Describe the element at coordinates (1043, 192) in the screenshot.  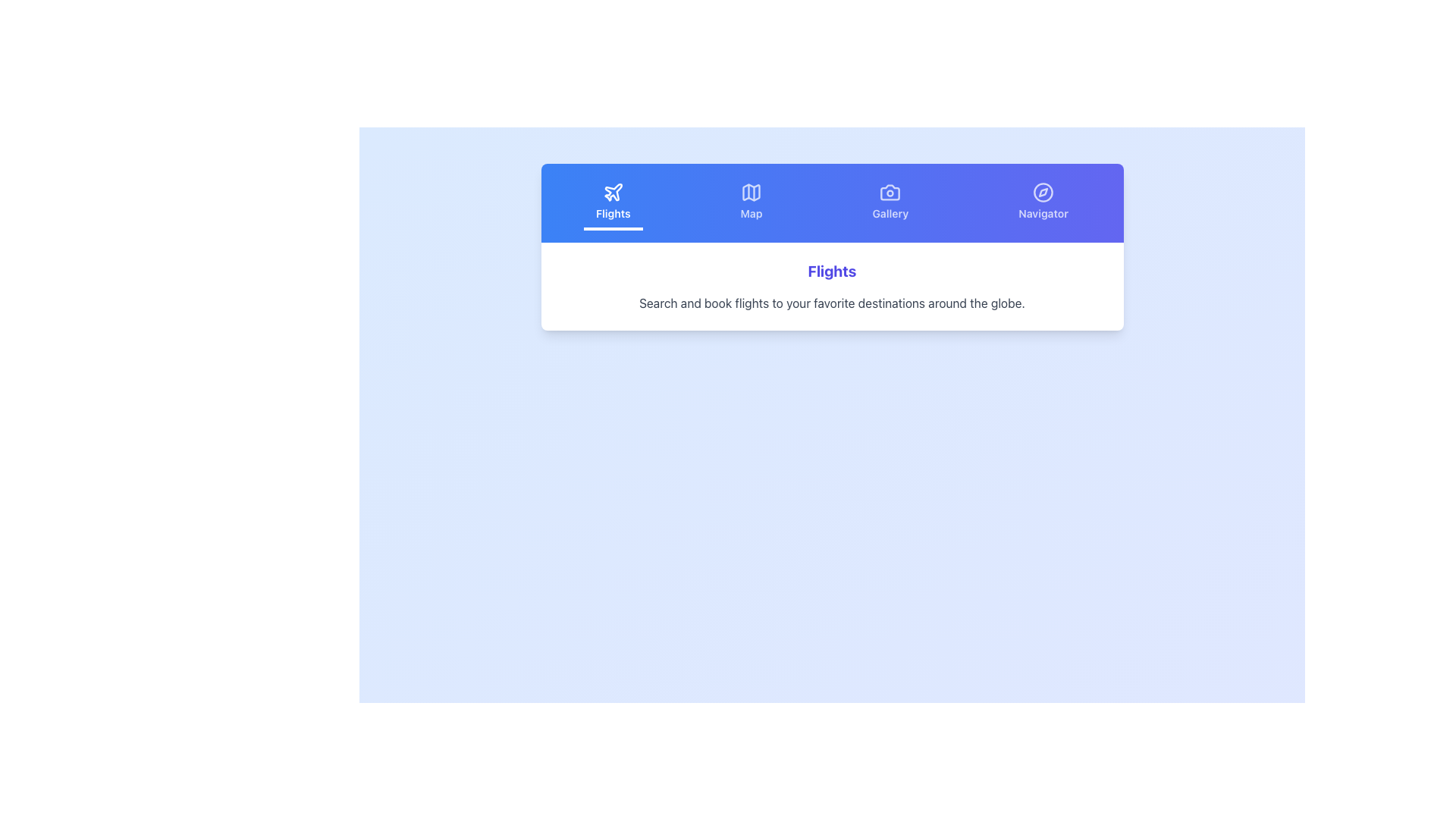
I see `the decorative graphical element that represents a needle or pointer shape in the rightmost tab of the navigation bar under the 'Navigator' label` at that location.